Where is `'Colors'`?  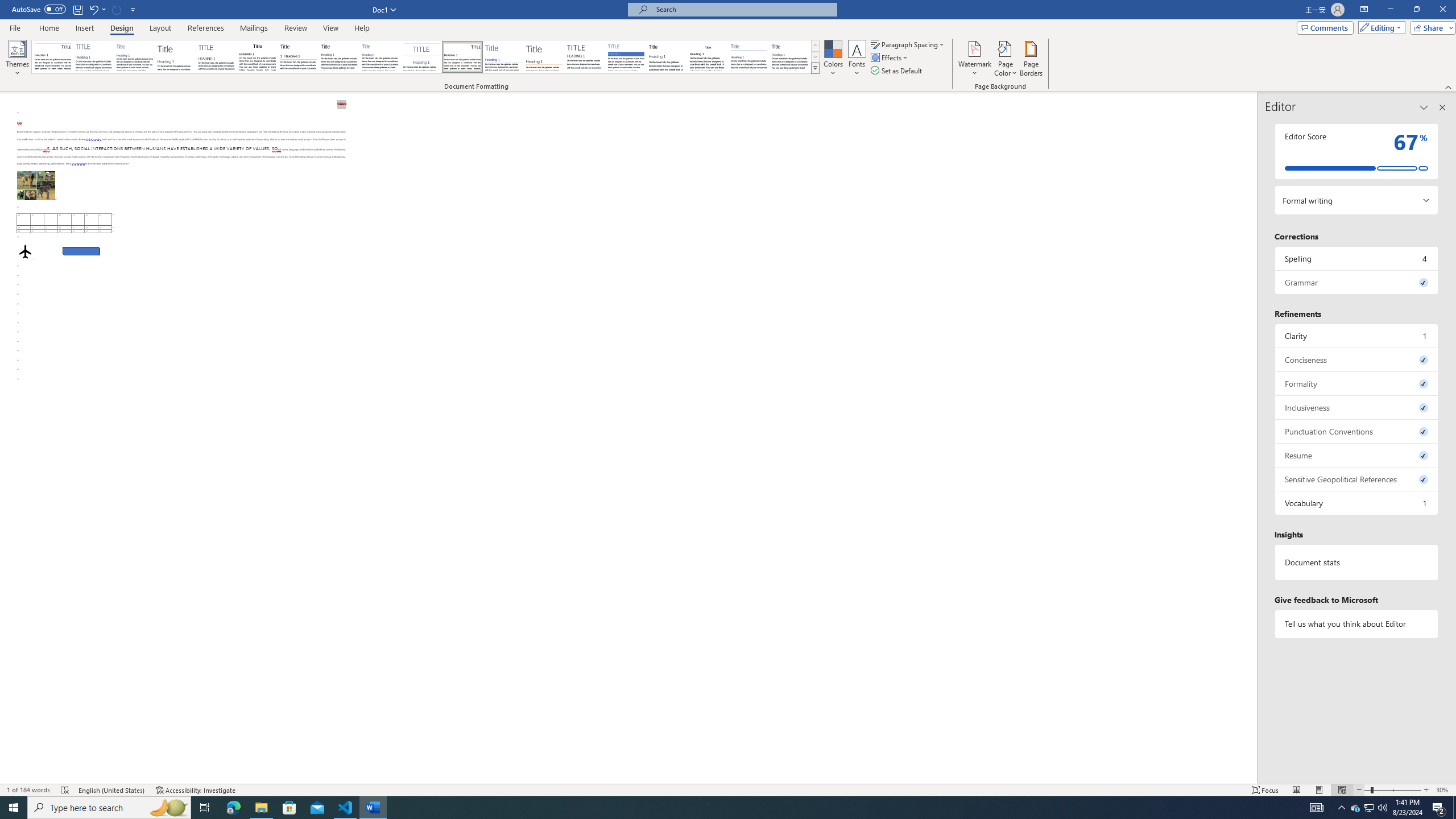 'Colors' is located at coordinates (832, 59).